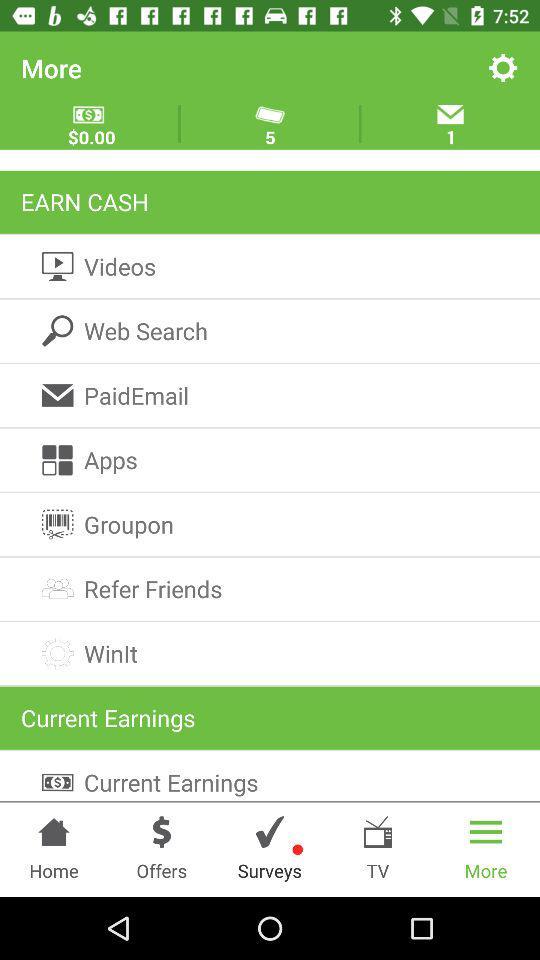  I want to click on the icon below the videos, so click(270, 331).